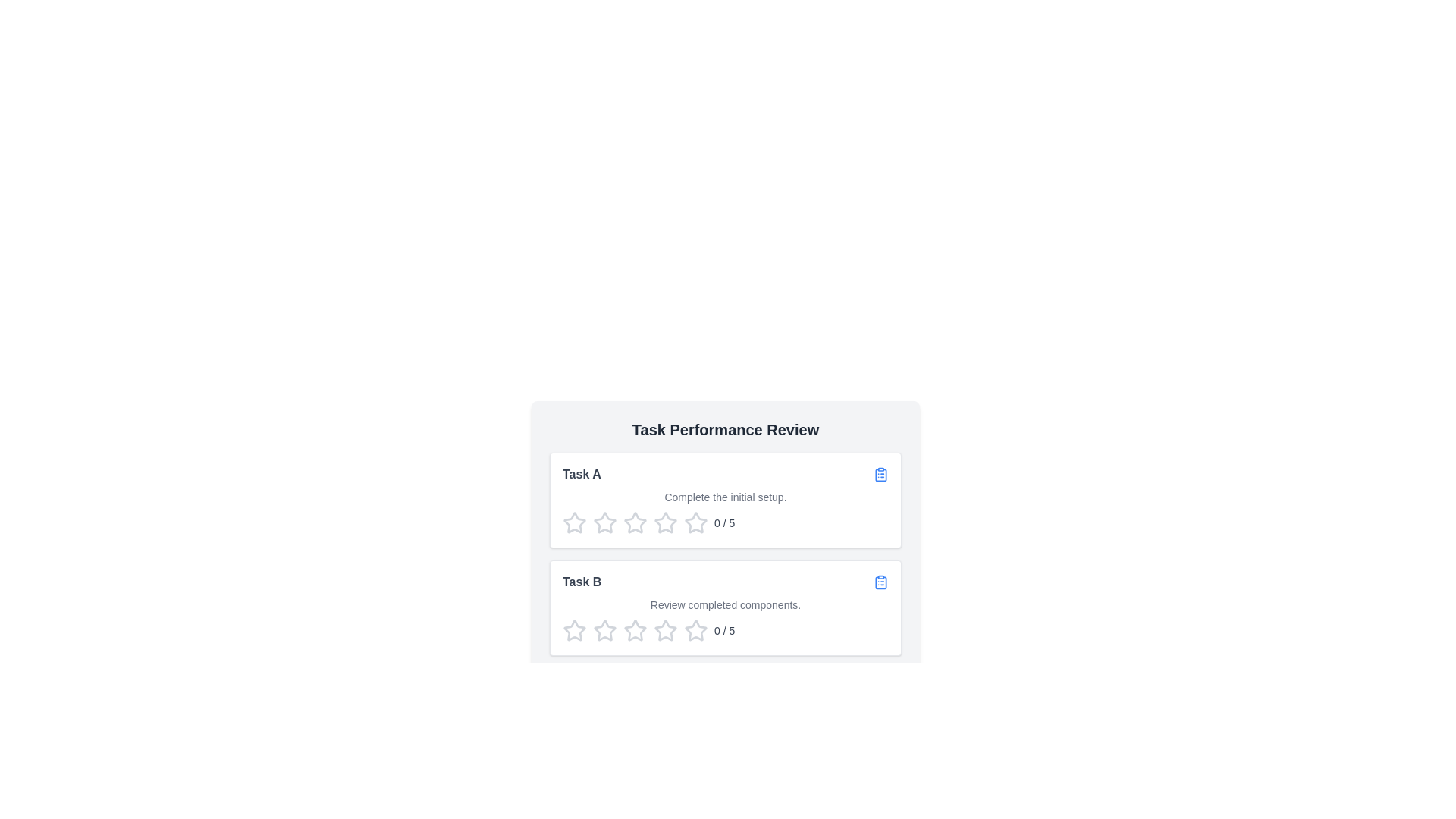 The image size is (1456, 819). Describe the element at coordinates (724, 497) in the screenshot. I see `the text element displaying 'Complete the initial setup.' found within the content card labeled 'Task A', positioned below the card's title` at that location.